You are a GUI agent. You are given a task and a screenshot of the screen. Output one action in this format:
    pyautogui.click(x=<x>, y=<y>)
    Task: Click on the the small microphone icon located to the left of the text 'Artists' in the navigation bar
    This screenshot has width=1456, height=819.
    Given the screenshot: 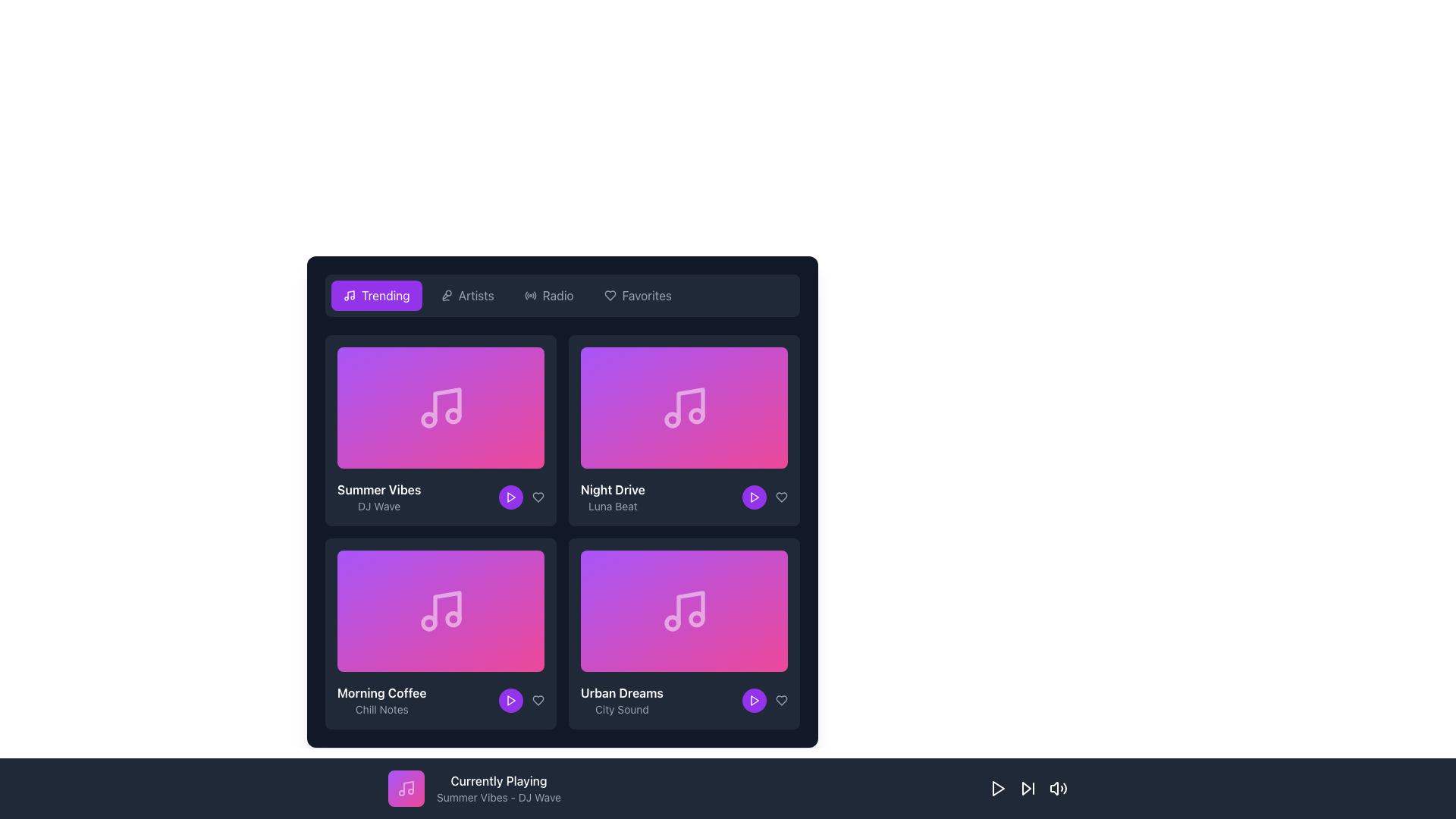 What is the action you would take?
    pyautogui.click(x=445, y=295)
    